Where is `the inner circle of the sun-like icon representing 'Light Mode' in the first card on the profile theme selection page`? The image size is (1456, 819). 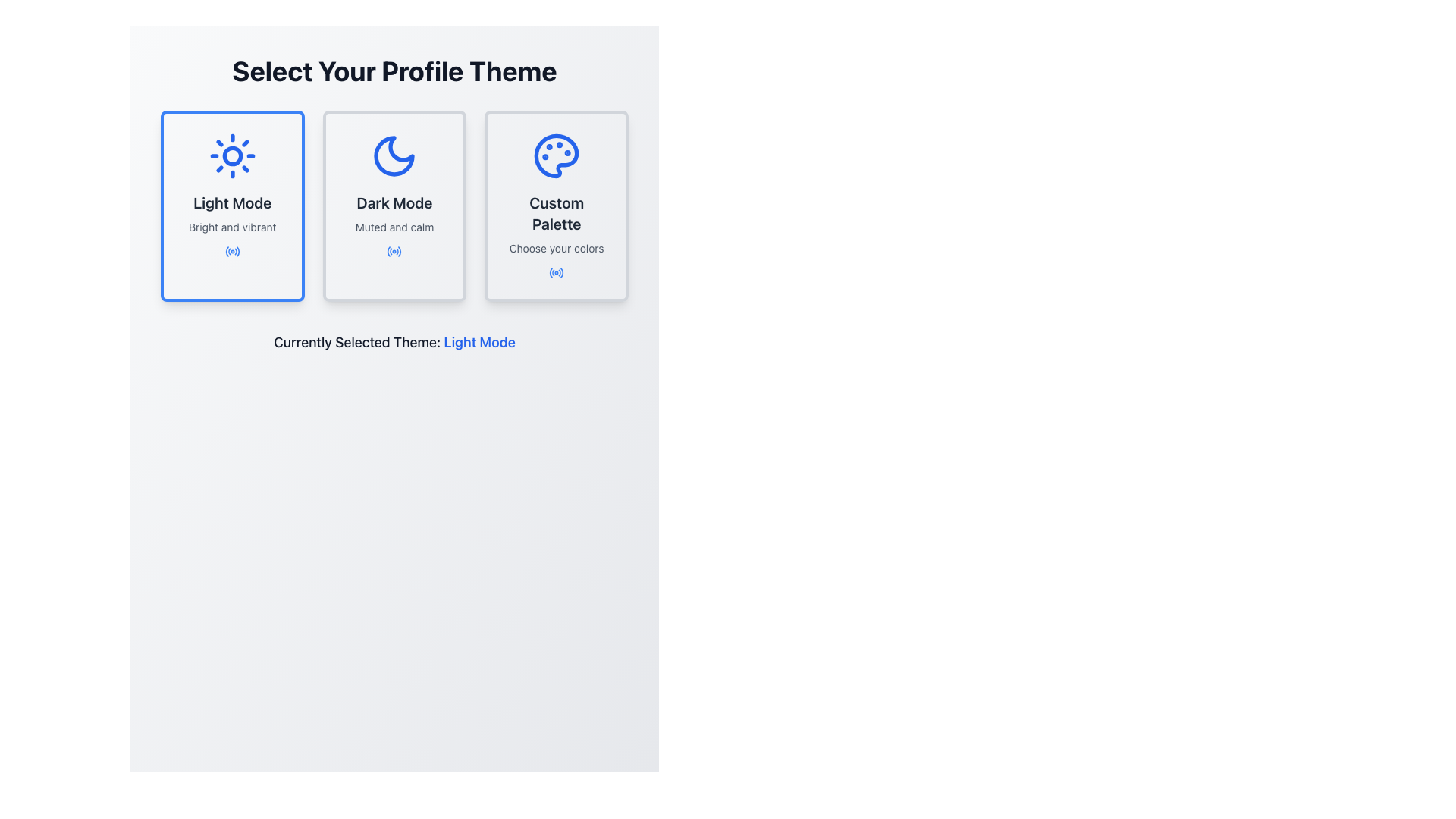 the inner circle of the sun-like icon representing 'Light Mode' in the first card on the profile theme selection page is located at coordinates (231, 155).